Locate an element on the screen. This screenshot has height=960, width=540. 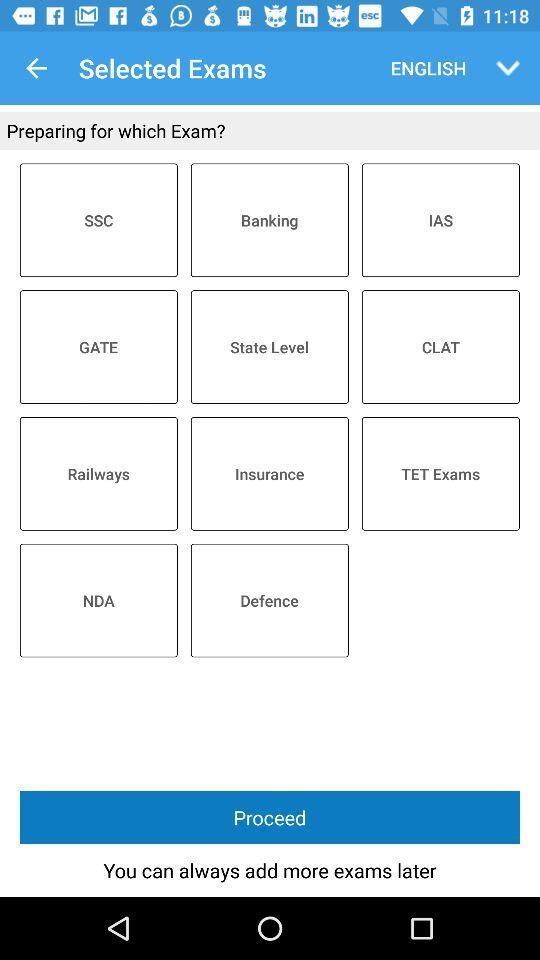
the drop down button beside english is located at coordinates (508, 68).